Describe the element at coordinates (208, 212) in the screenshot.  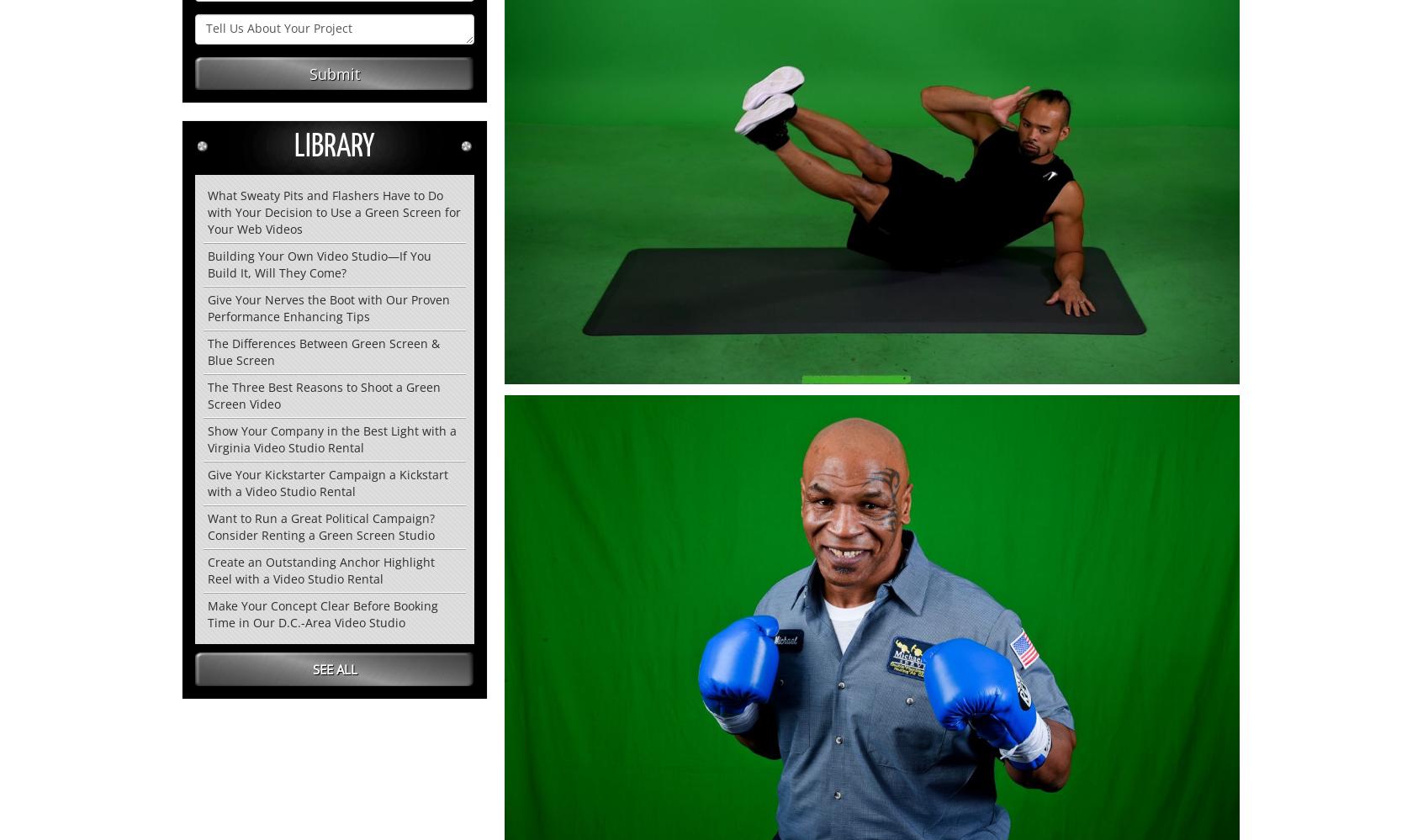
I see `'What Sweaty Pits and Flashers Have to Do with Your Decision to Use a Green Screen for Your Web Videos'` at that location.